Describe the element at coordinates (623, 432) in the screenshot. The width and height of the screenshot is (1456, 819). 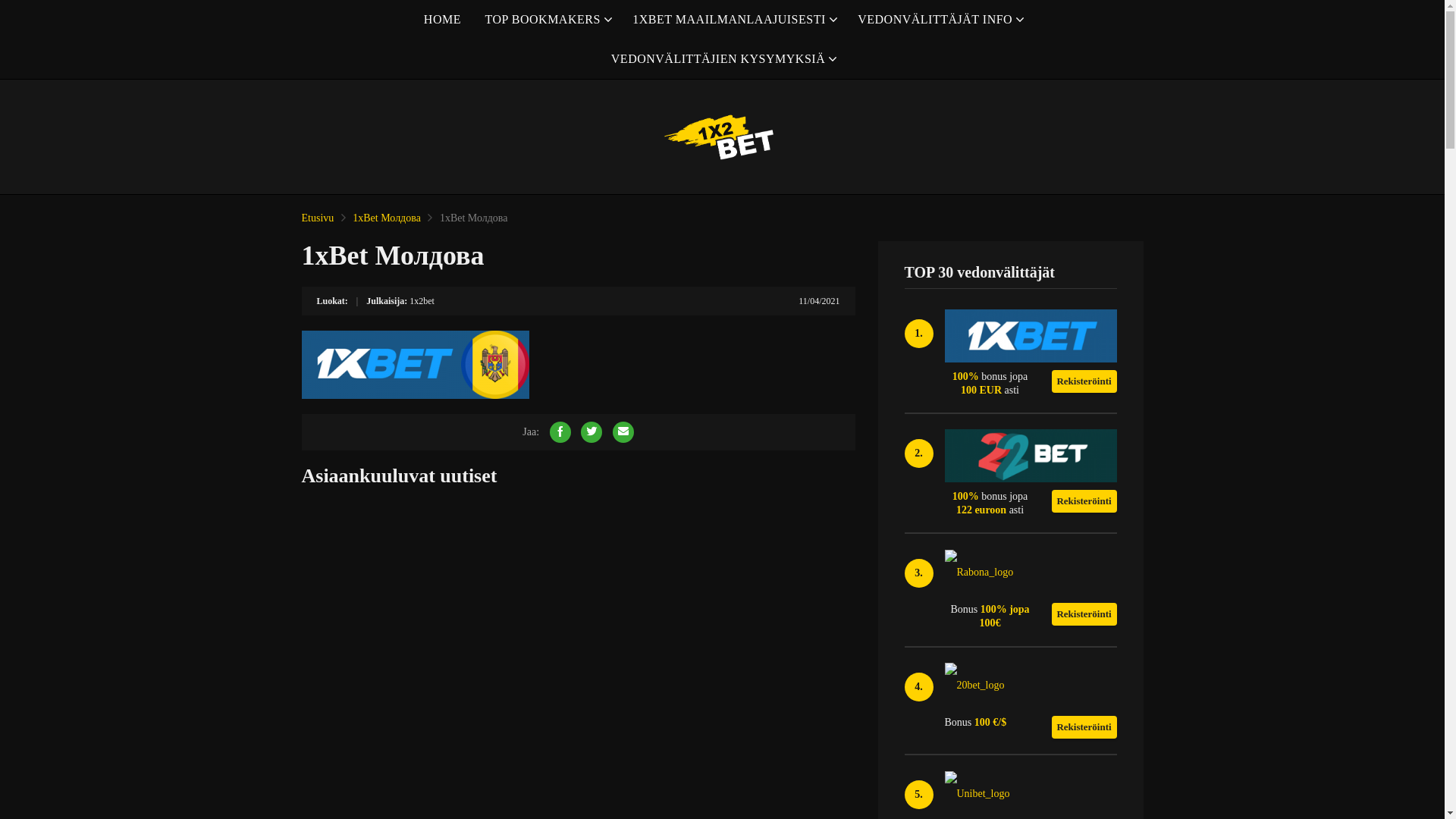
I see `'Share by email'` at that location.